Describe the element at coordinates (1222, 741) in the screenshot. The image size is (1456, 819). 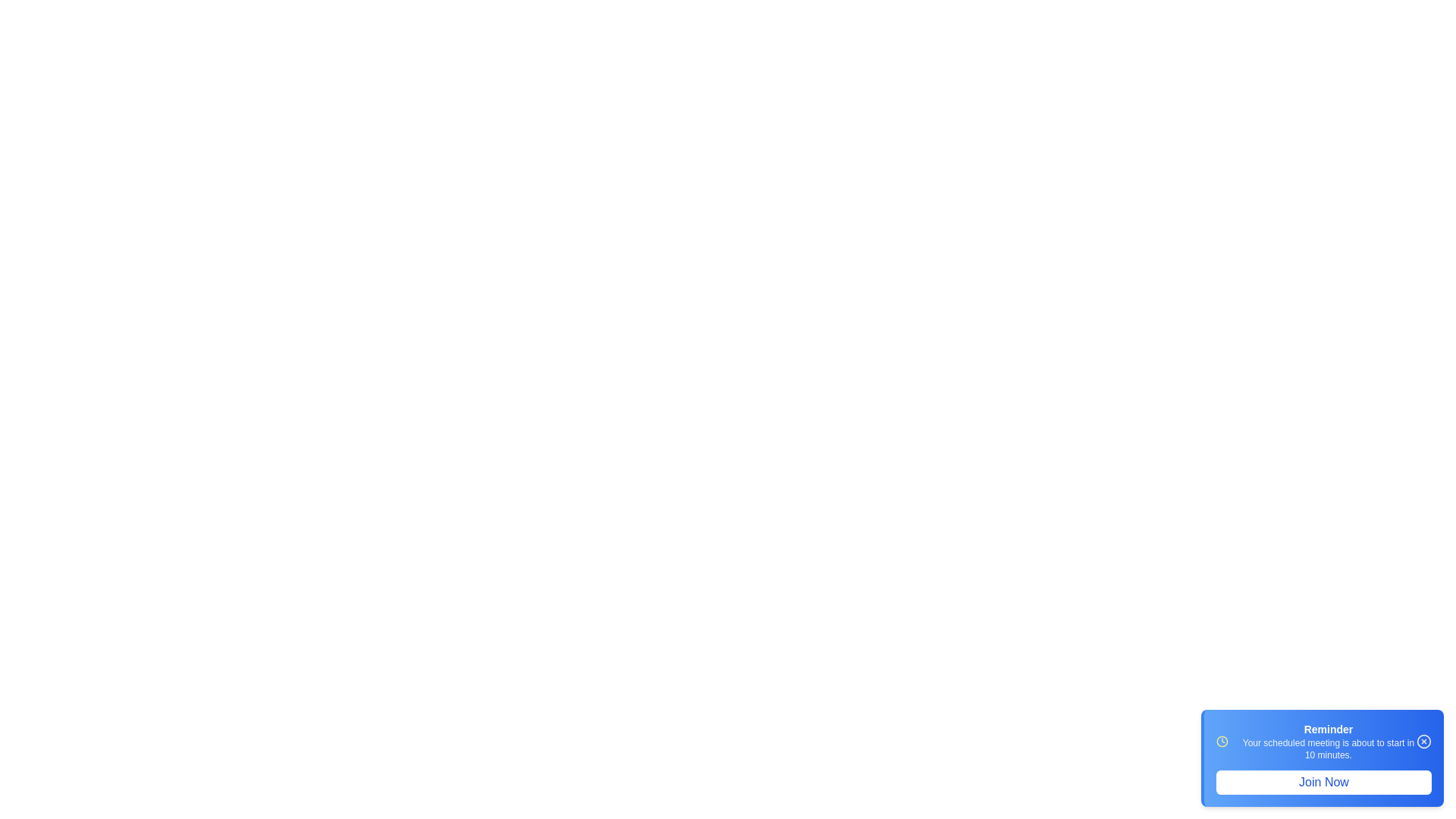
I see `the clock icon to interact with it` at that location.